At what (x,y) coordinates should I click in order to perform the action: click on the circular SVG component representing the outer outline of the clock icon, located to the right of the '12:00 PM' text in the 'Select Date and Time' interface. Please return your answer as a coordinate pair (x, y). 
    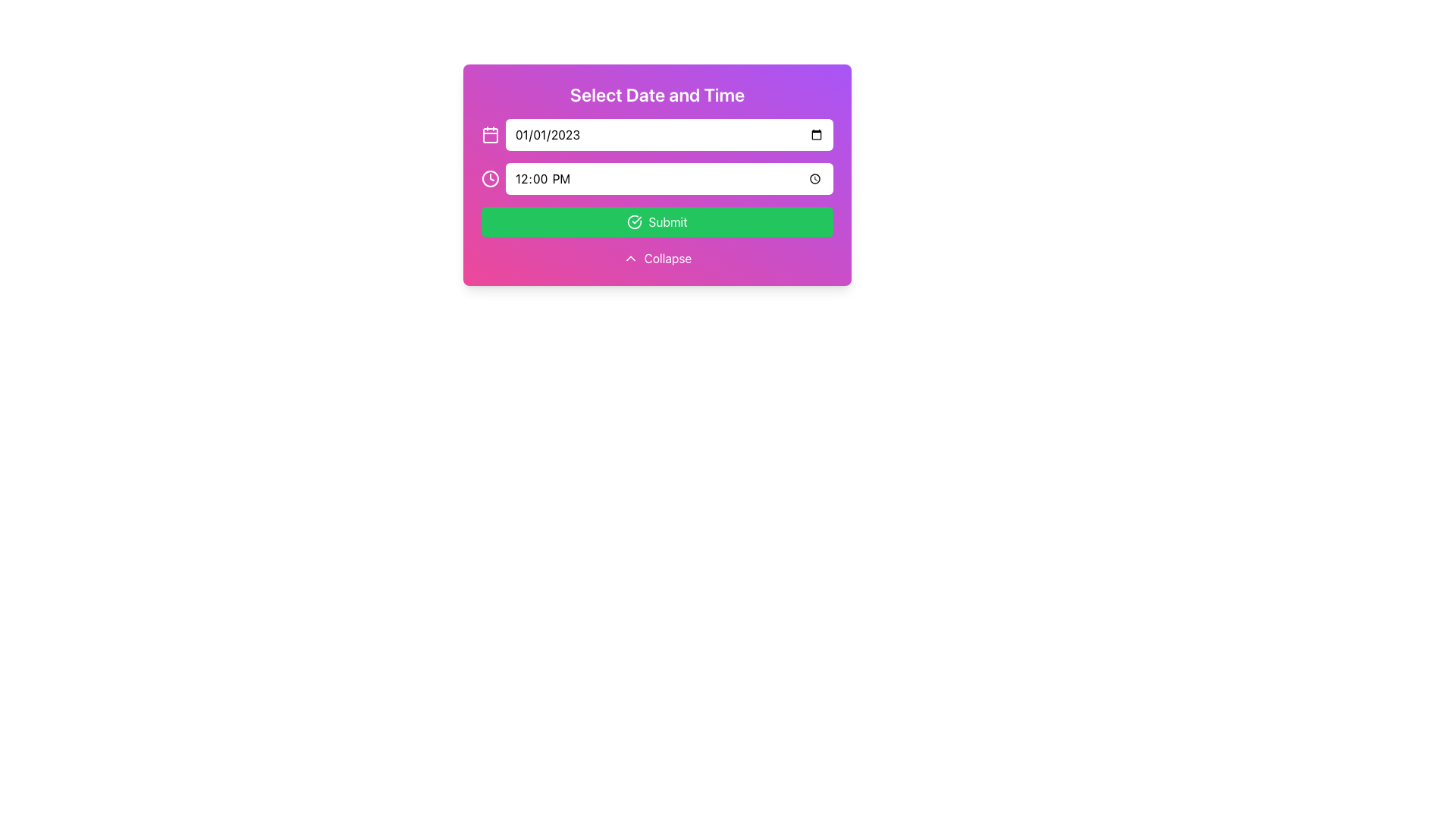
    Looking at the image, I should click on (491, 177).